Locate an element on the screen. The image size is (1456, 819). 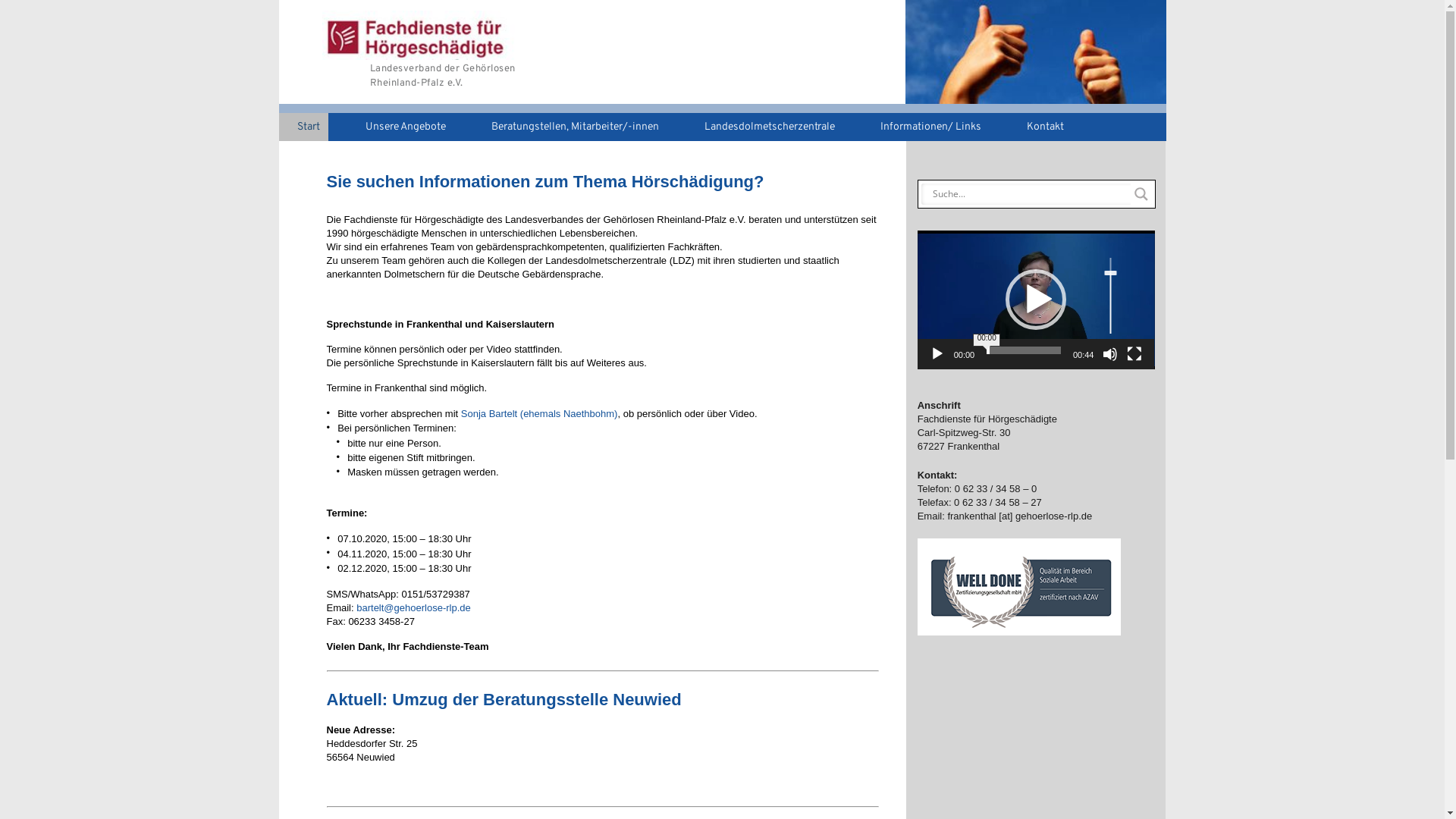
'Sonja Bartelt (ehemals Naethbohm)' is located at coordinates (460, 413).